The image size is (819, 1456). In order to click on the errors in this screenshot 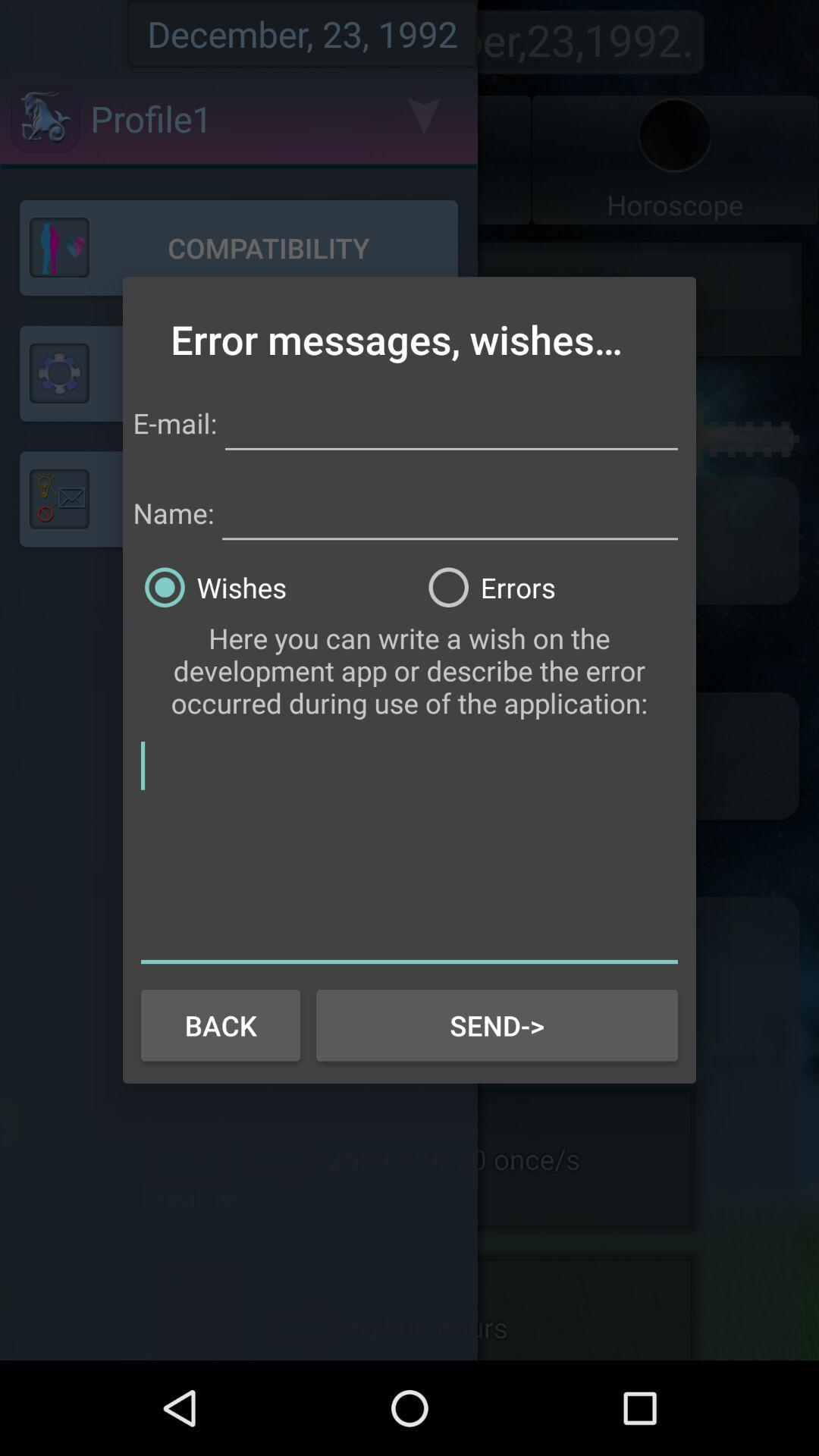, I will do `click(551, 586)`.